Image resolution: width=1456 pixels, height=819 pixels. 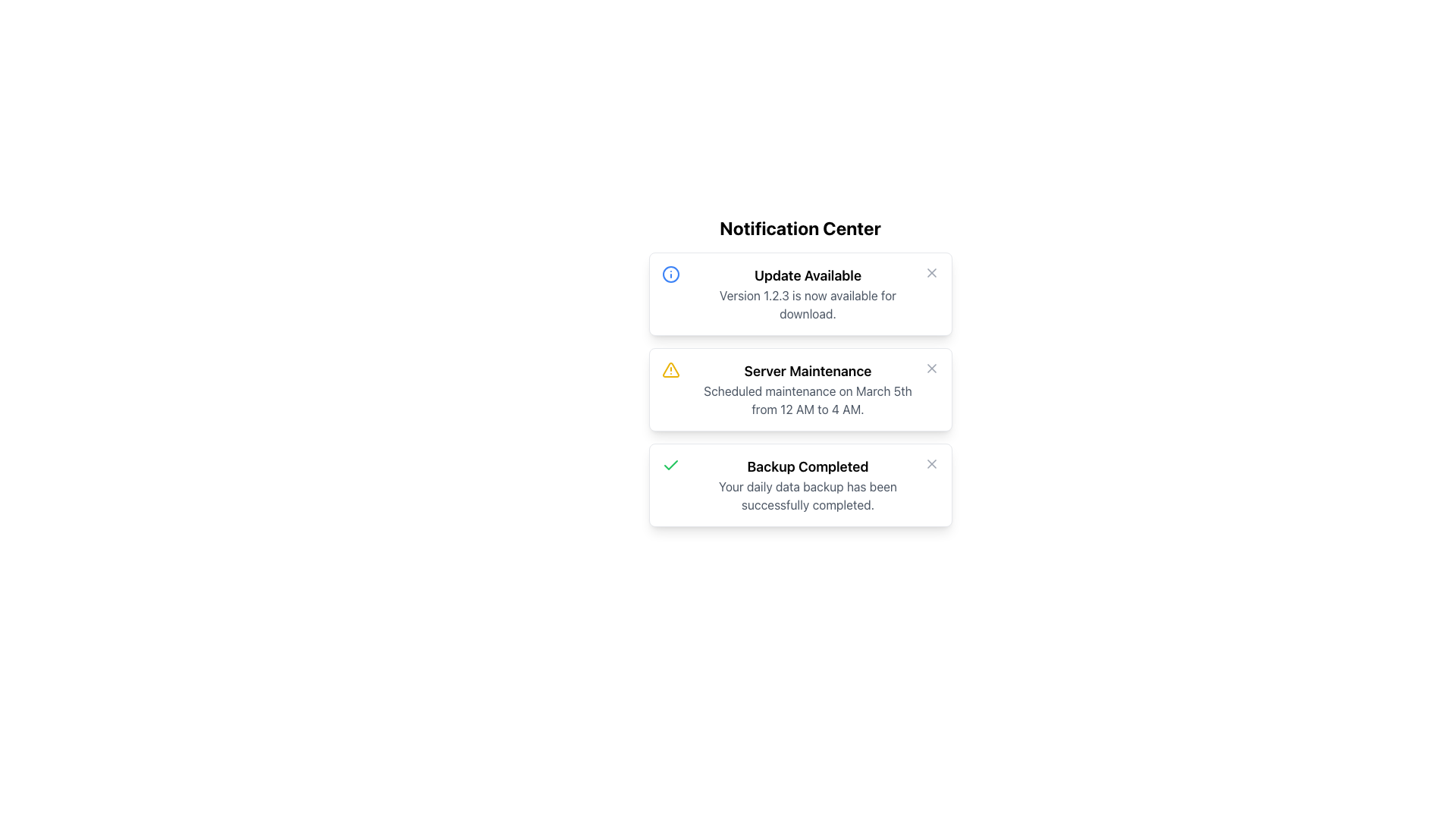 I want to click on the title text of the notification regarding server maintenance for accessibility purposes, so click(x=807, y=371).